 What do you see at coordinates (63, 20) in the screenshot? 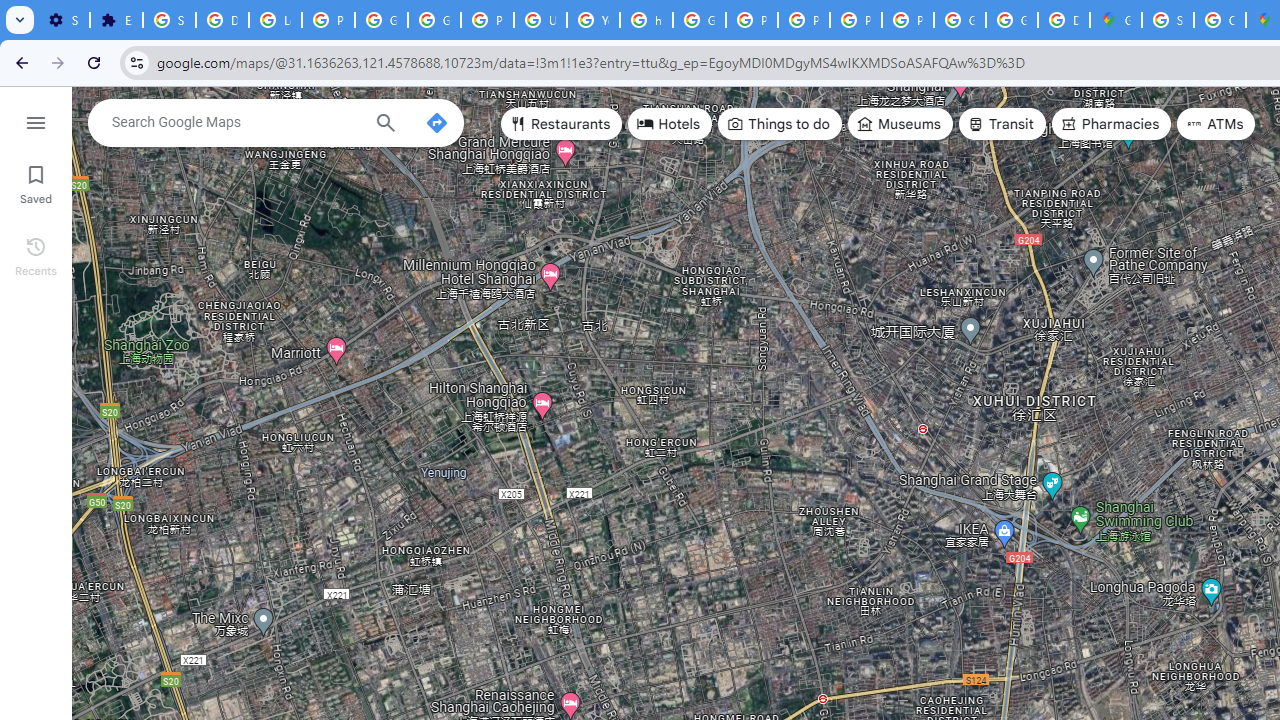
I see `'Settings - On startup'` at bounding box center [63, 20].